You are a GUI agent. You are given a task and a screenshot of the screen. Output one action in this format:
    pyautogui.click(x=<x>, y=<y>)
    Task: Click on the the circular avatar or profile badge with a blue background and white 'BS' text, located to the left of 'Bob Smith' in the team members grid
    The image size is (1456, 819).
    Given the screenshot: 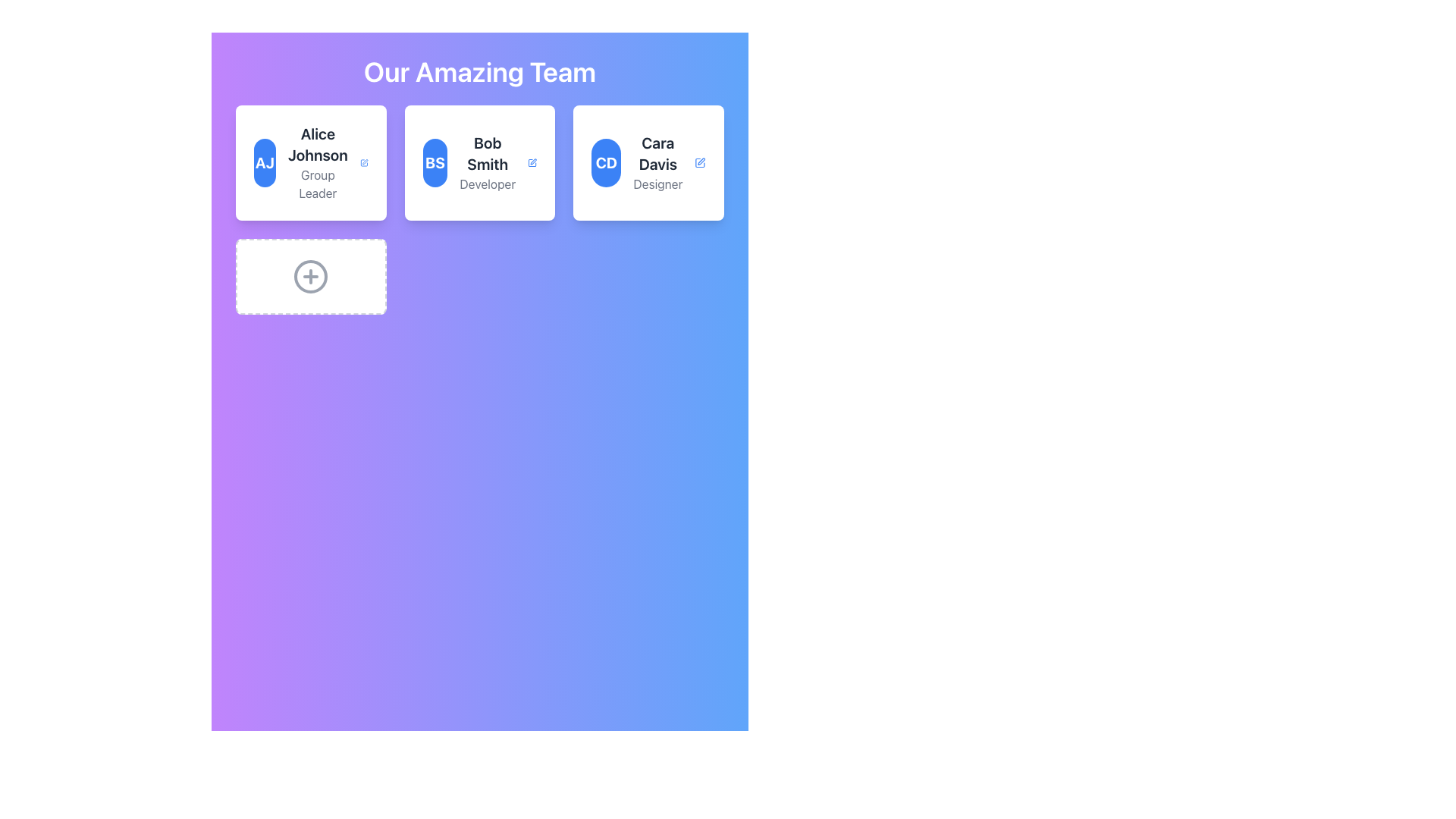 What is the action you would take?
    pyautogui.click(x=434, y=163)
    